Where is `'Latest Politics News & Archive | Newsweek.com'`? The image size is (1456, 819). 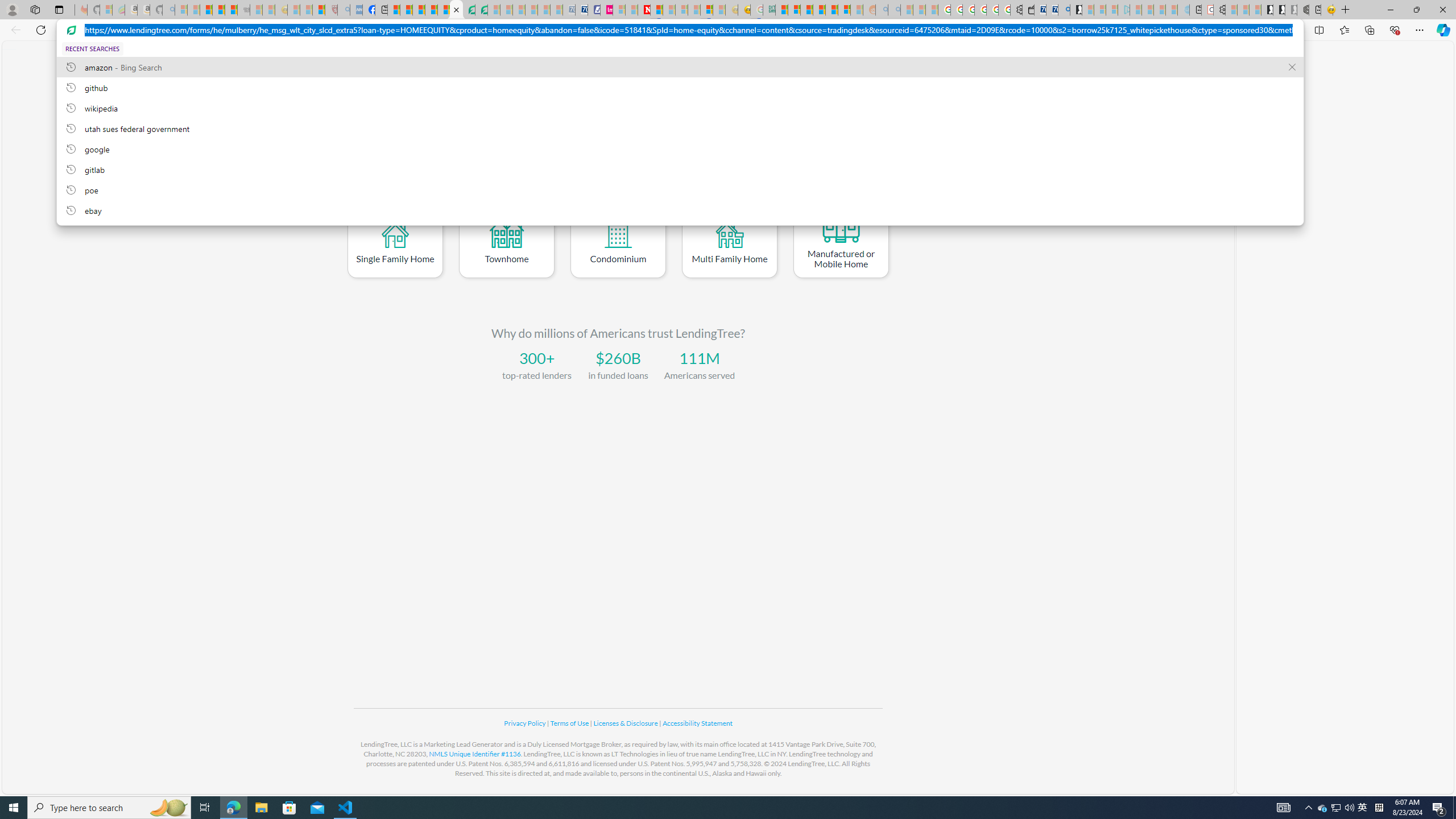
'Latest Politics News & Archive | Newsweek.com' is located at coordinates (644, 9).